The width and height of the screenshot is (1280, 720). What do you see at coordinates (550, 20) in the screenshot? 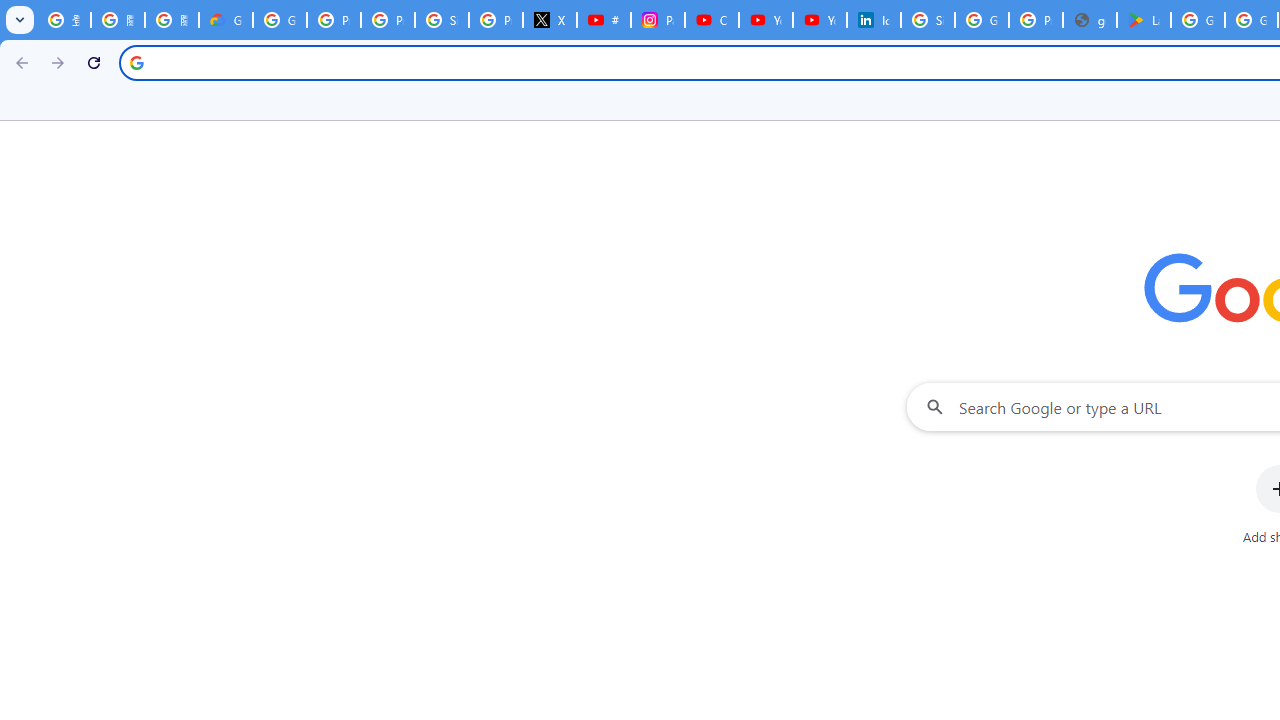
I see `'X'` at bounding box center [550, 20].